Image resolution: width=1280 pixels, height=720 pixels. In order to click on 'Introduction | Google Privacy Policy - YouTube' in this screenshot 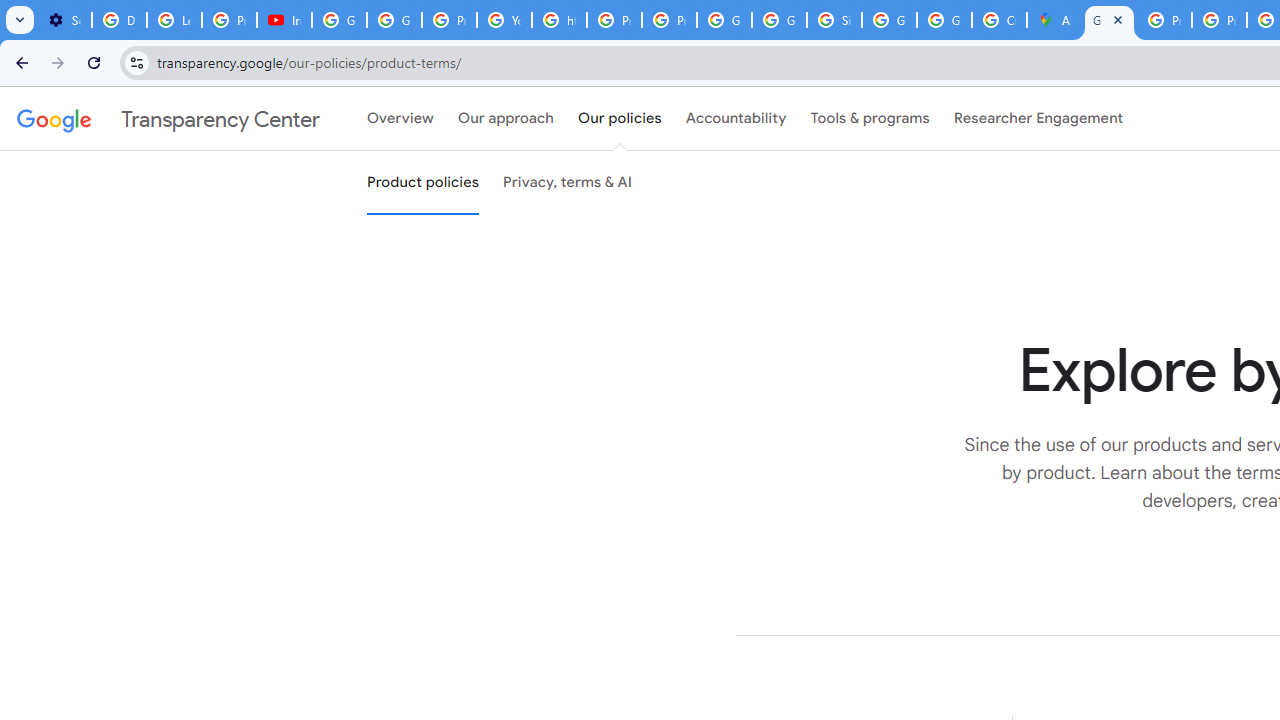, I will do `click(283, 20)`.